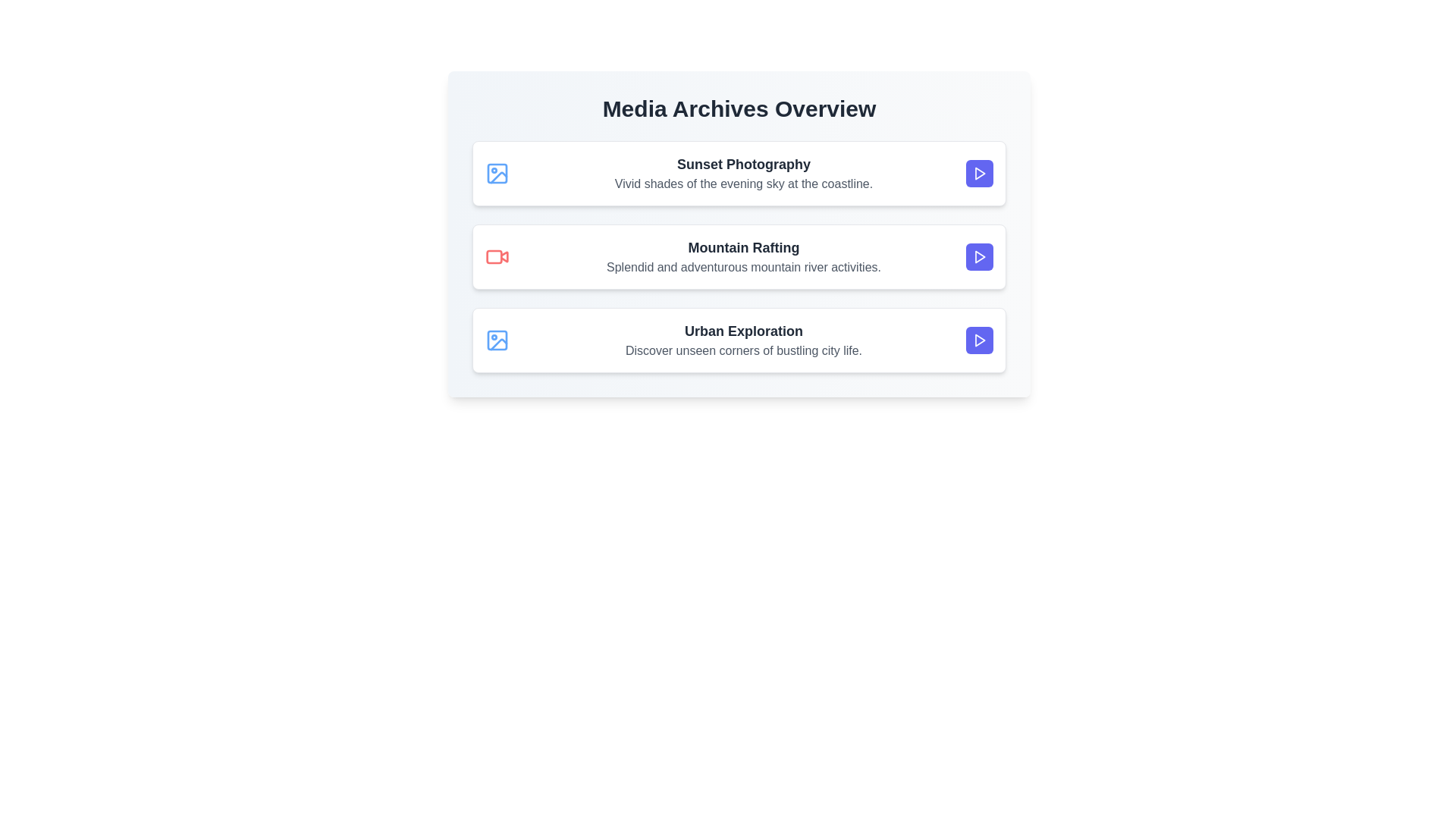 The image size is (1456, 819). Describe the element at coordinates (739, 256) in the screenshot. I see `the media item corresponding to Mountain Rafting` at that location.